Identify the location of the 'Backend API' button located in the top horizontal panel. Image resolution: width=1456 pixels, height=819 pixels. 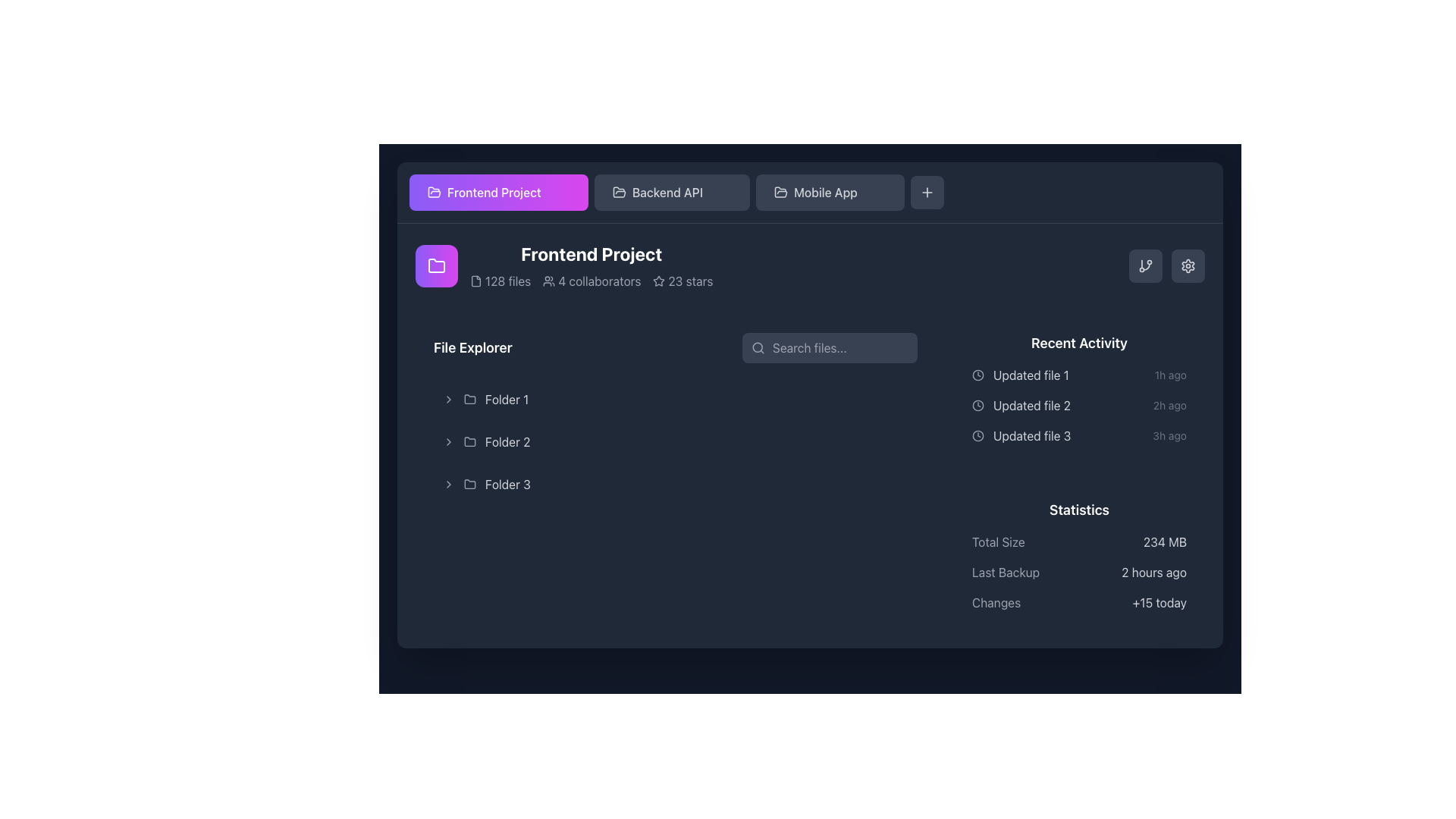
(667, 192).